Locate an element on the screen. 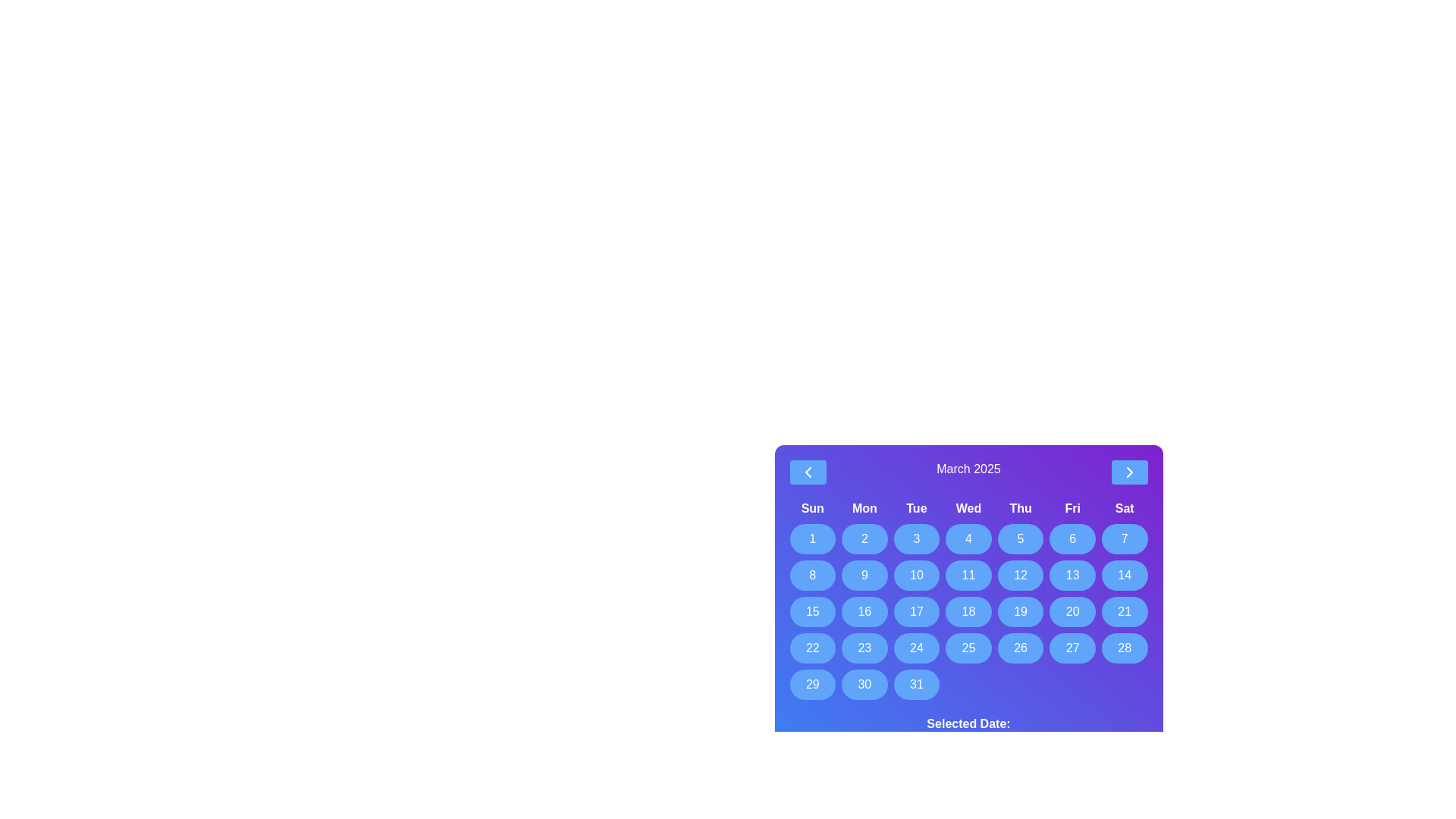 This screenshot has height=819, width=1456. the circular button with a blue background and white text displaying '30' is located at coordinates (864, 684).